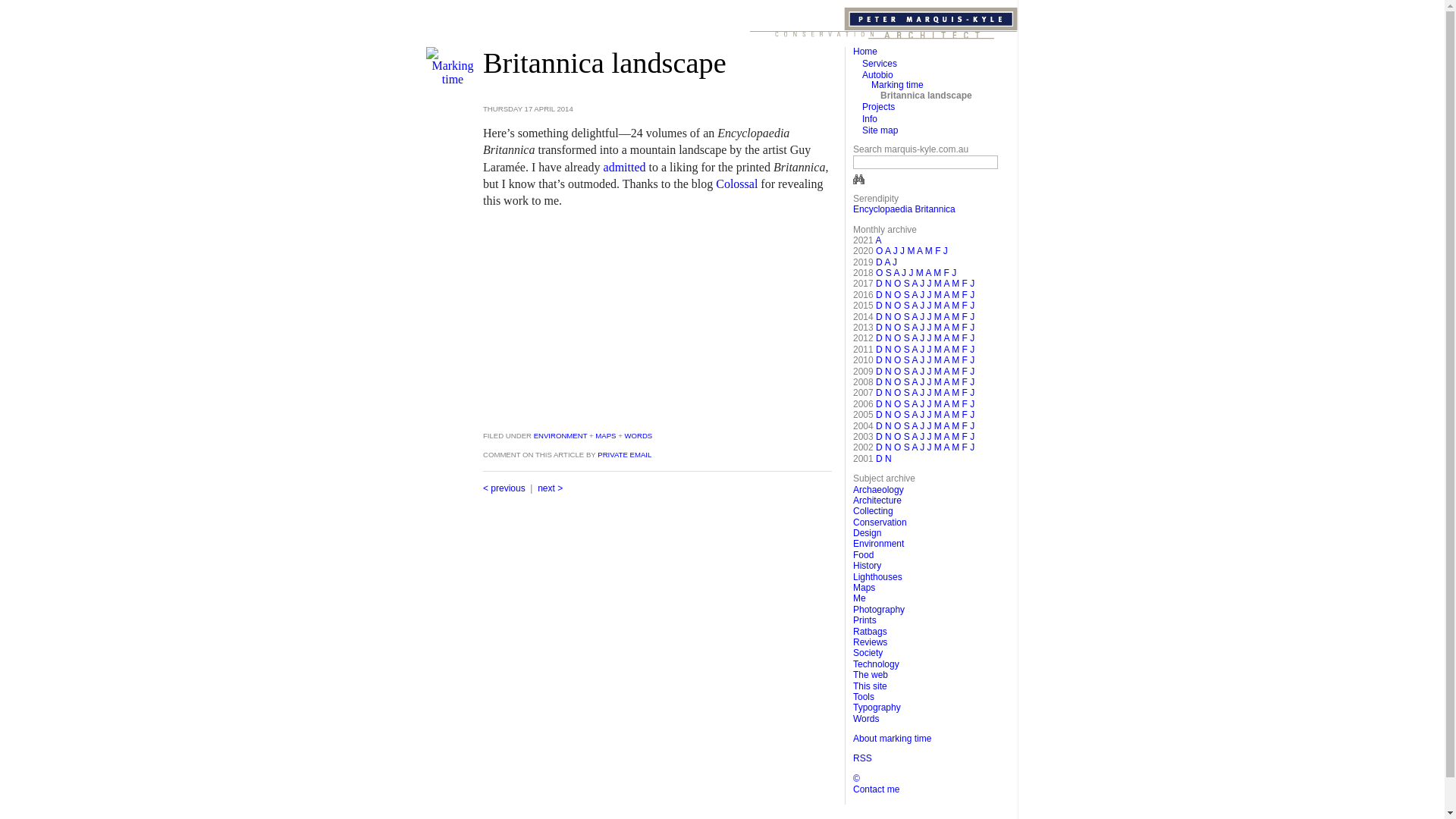 This screenshot has height=819, width=1456. Describe the element at coordinates (888, 436) in the screenshot. I see `'N'` at that location.